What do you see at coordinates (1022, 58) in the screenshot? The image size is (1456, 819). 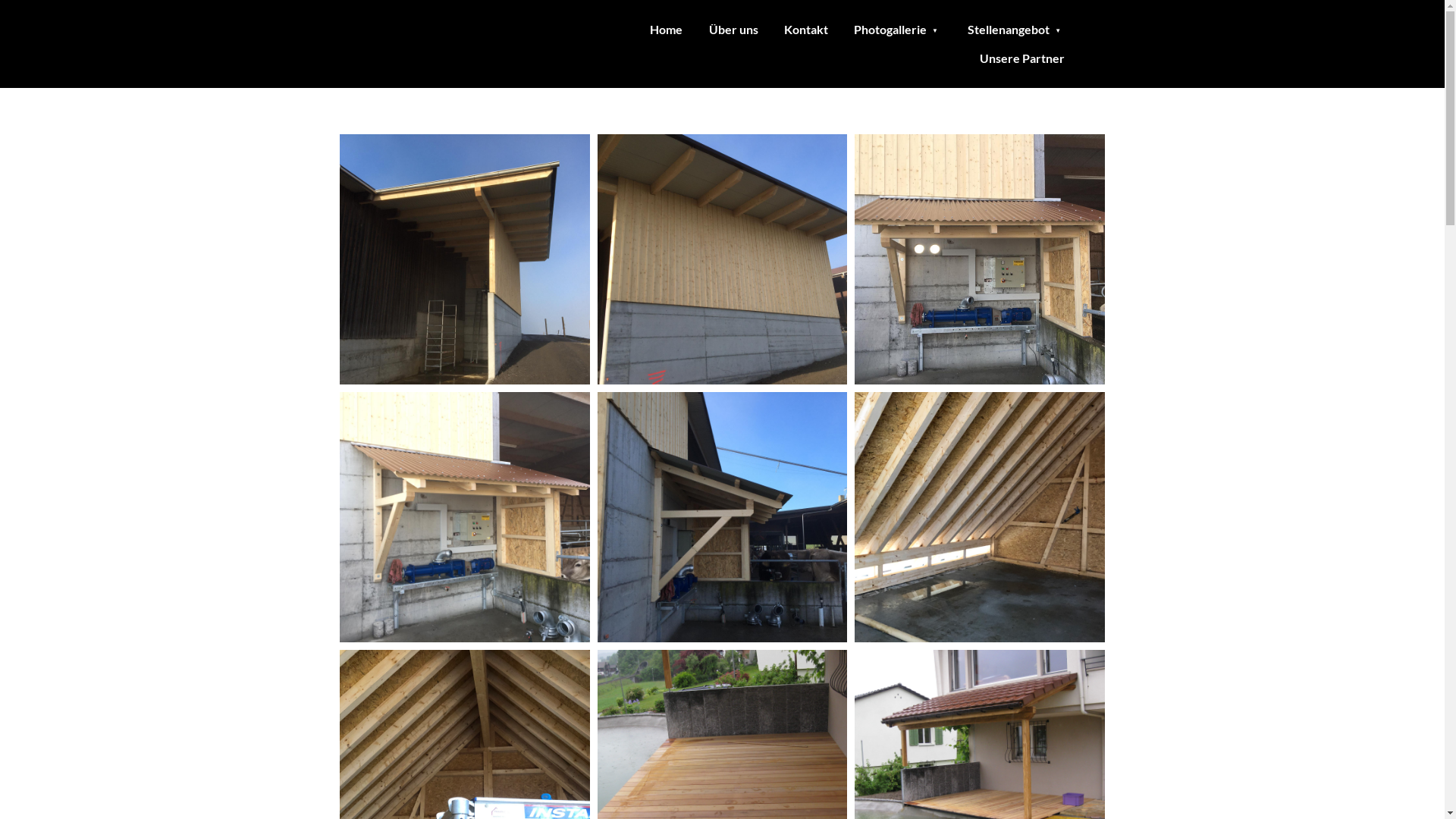 I see `'Unsere Partner'` at bounding box center [1022, 58].